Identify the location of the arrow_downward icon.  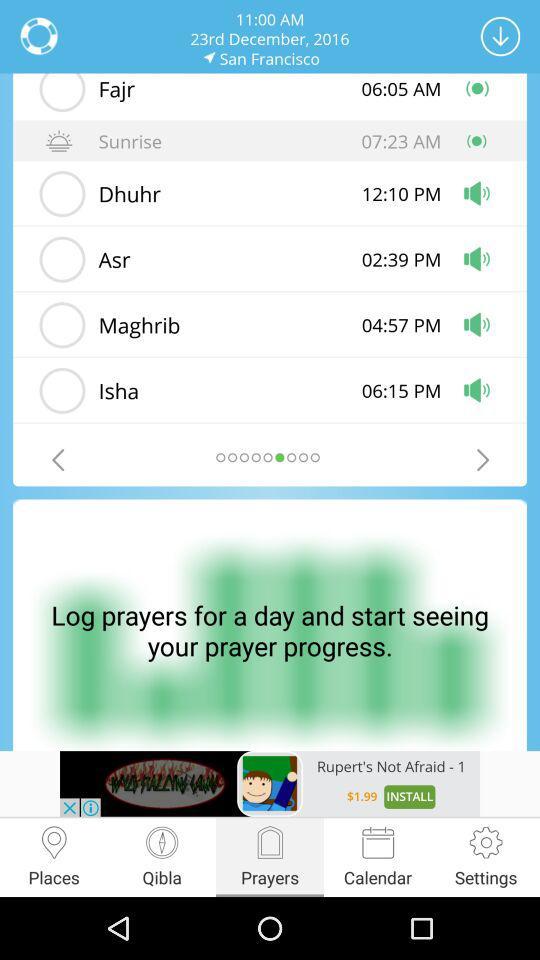
(499, 35).